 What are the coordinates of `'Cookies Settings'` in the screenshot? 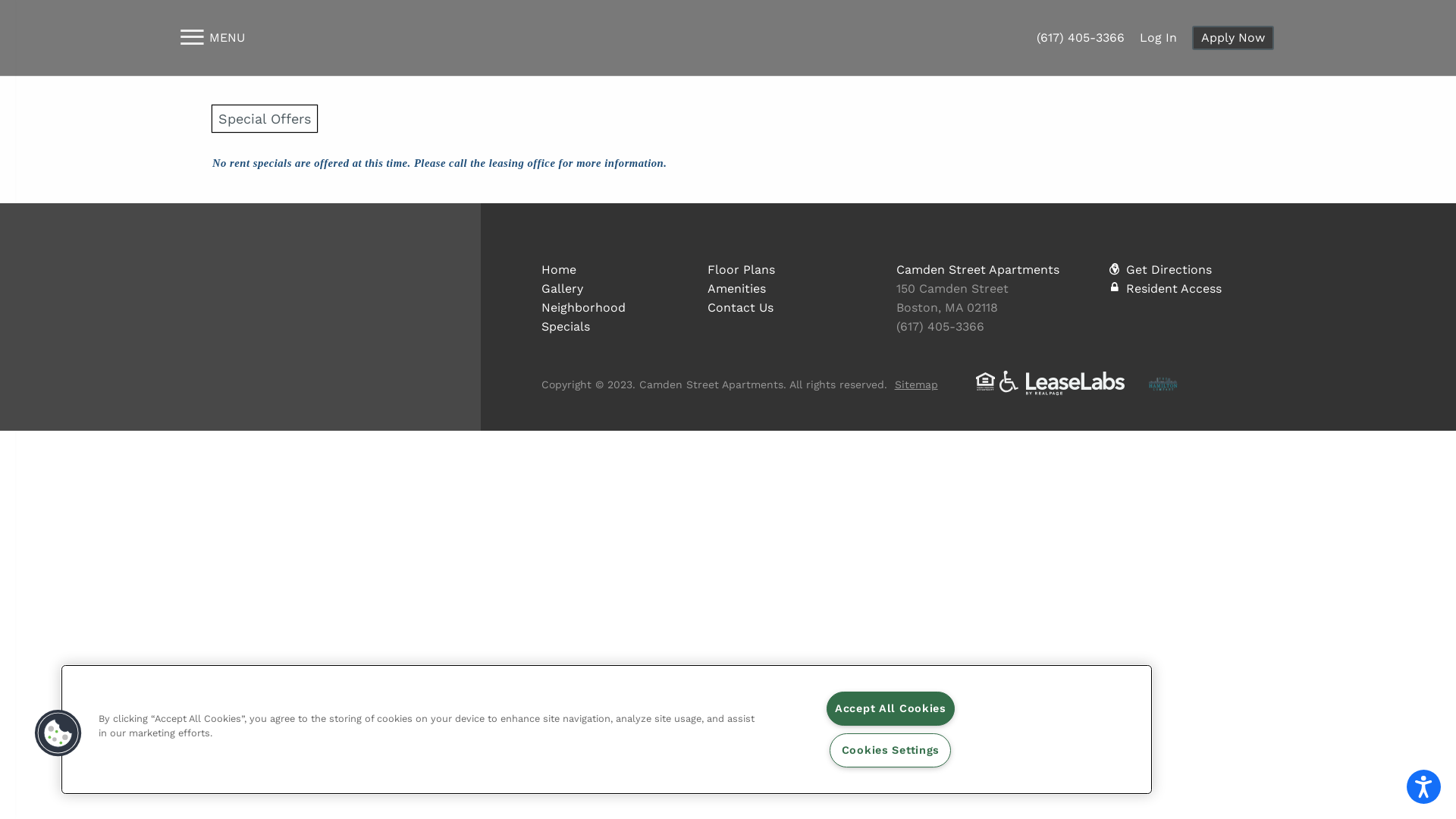 It's located at (890, 749).